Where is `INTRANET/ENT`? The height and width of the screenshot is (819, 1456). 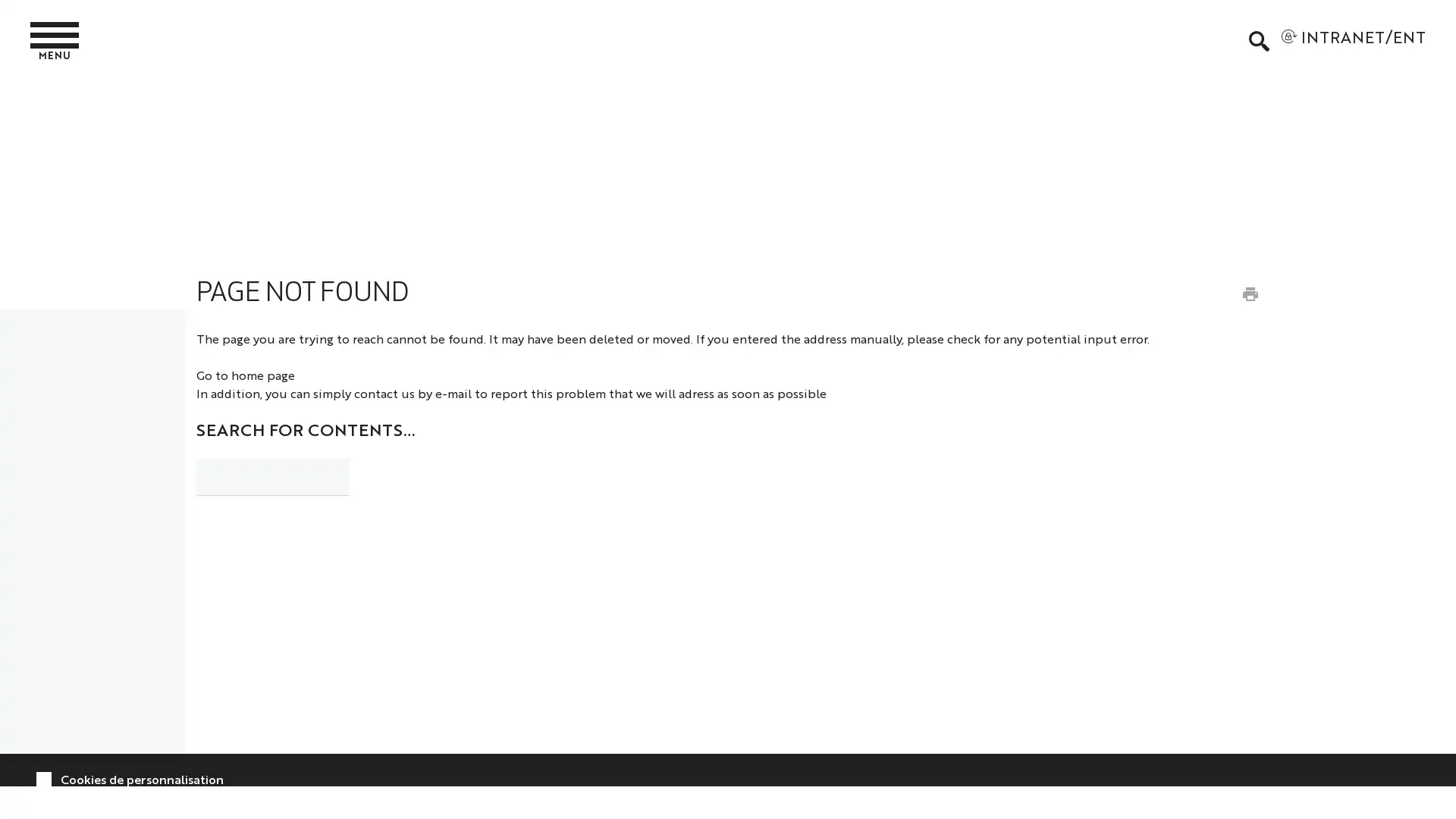
INTRANET/ENT is located at coordinates (1353, 40).